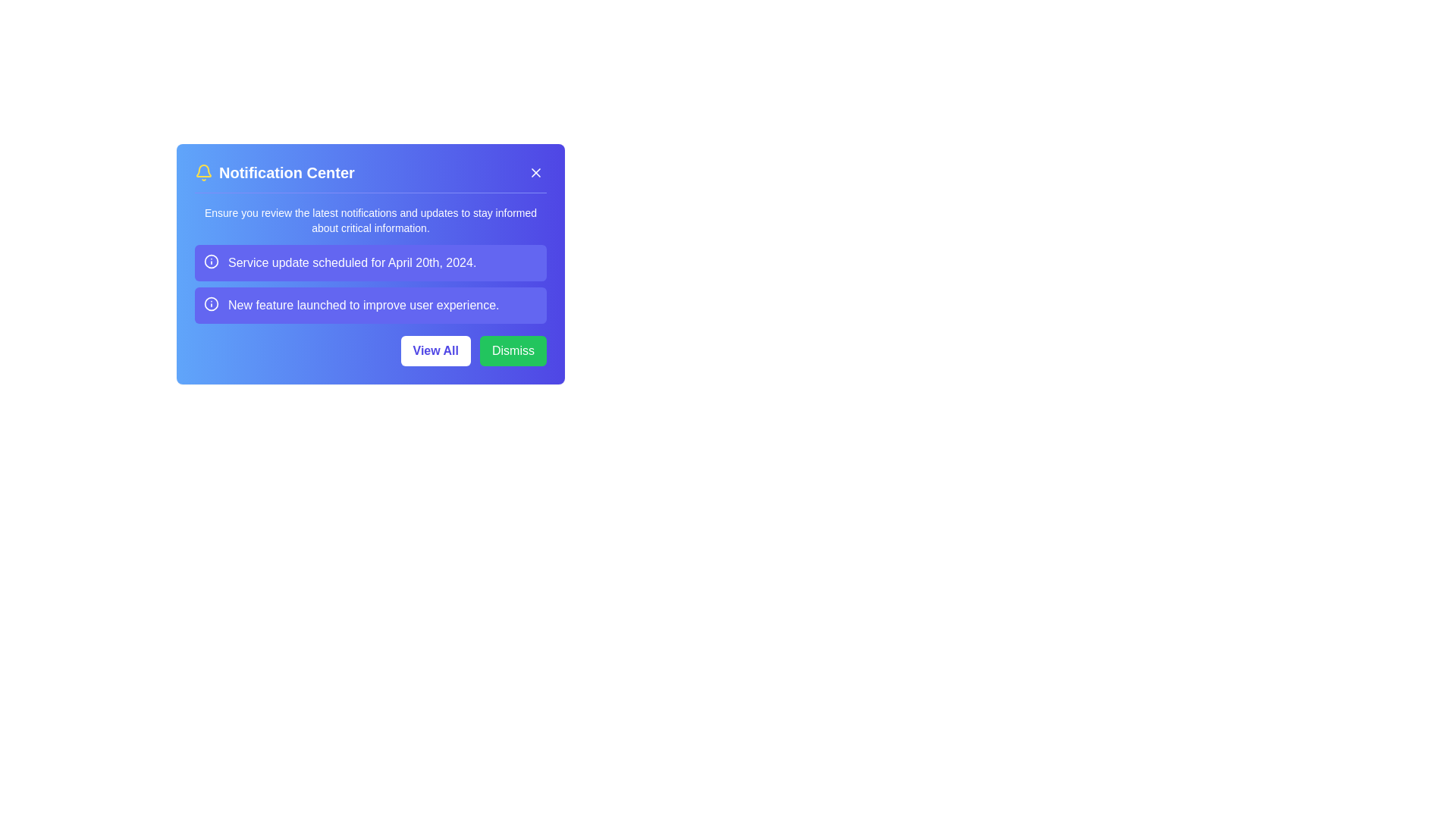 The image size is (1456, 819). Describe the element at coordinates (210, 260) in the screenshot. I see `the topmost circular outline icon with a white stroke on a purple background located on the left side of the first notification item in the notification center` at that location.